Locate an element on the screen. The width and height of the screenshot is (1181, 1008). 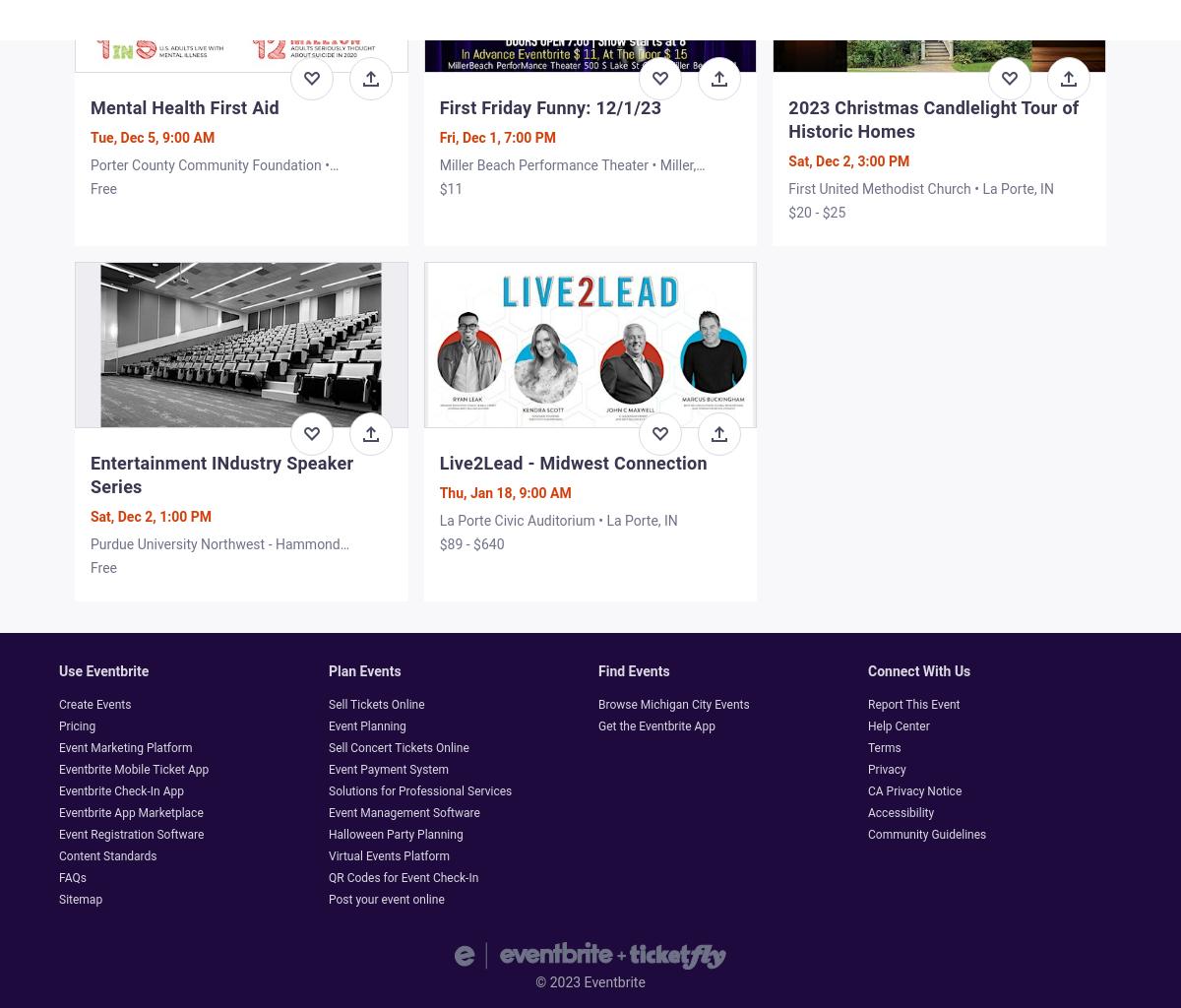
'Sell Tickets Online' is located at coordinates (328, 703).